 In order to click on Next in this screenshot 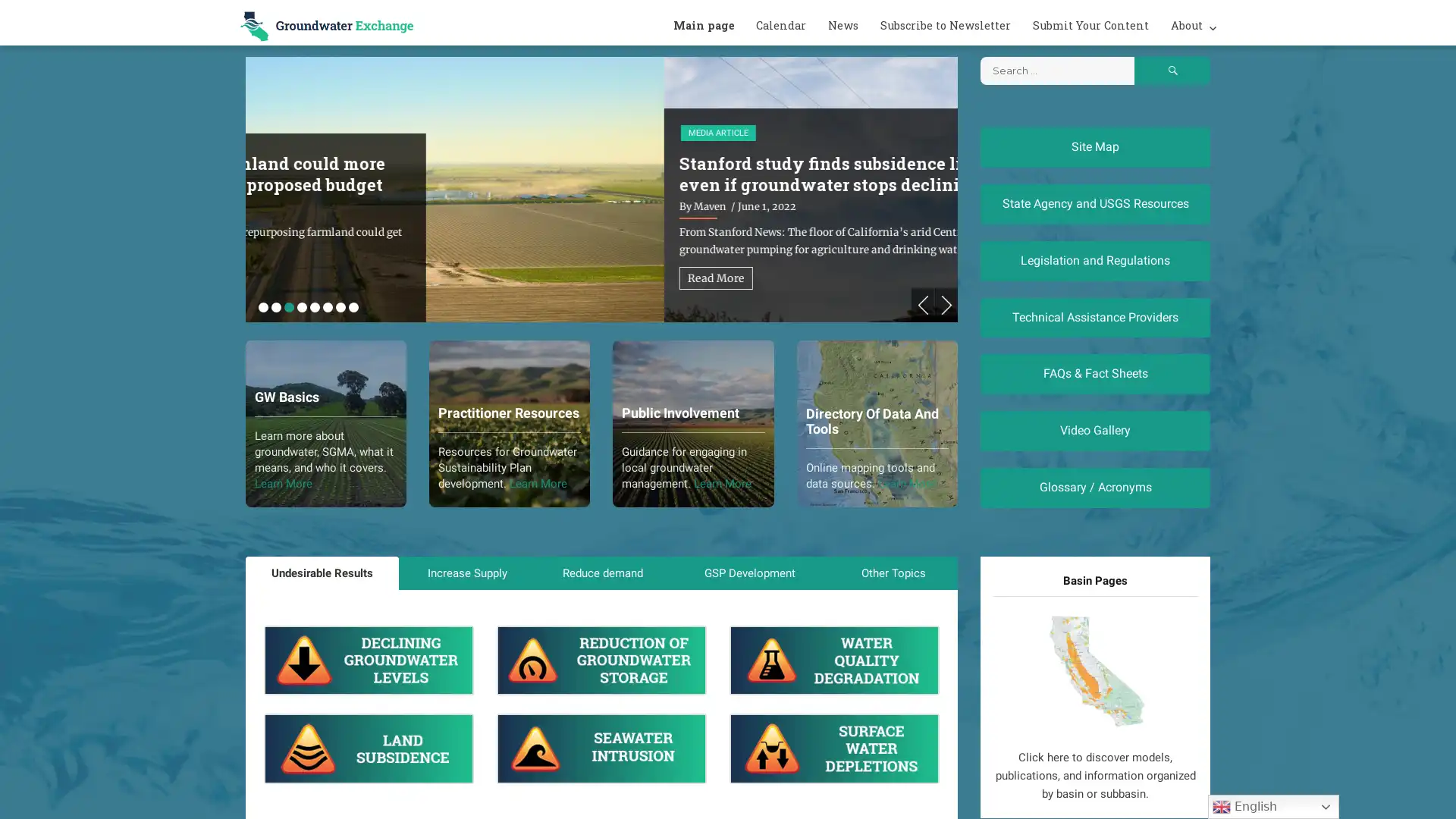, I will do `click(946, 305)`.